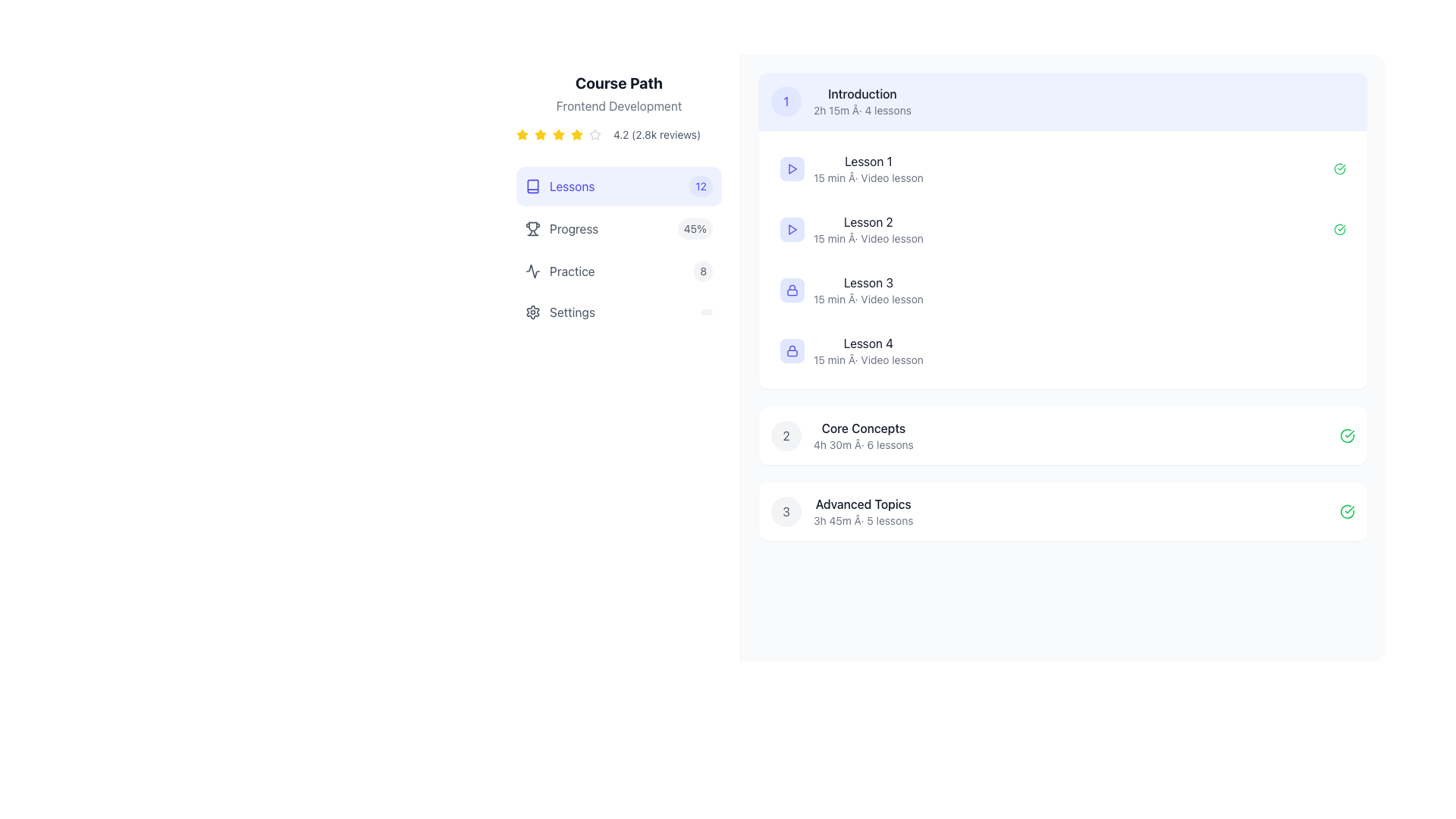 The width and height of the screenshot is (1456, 819). I want to click on the lesson item titled 'Lesson 2' in the course interface, so click(1062, 230).